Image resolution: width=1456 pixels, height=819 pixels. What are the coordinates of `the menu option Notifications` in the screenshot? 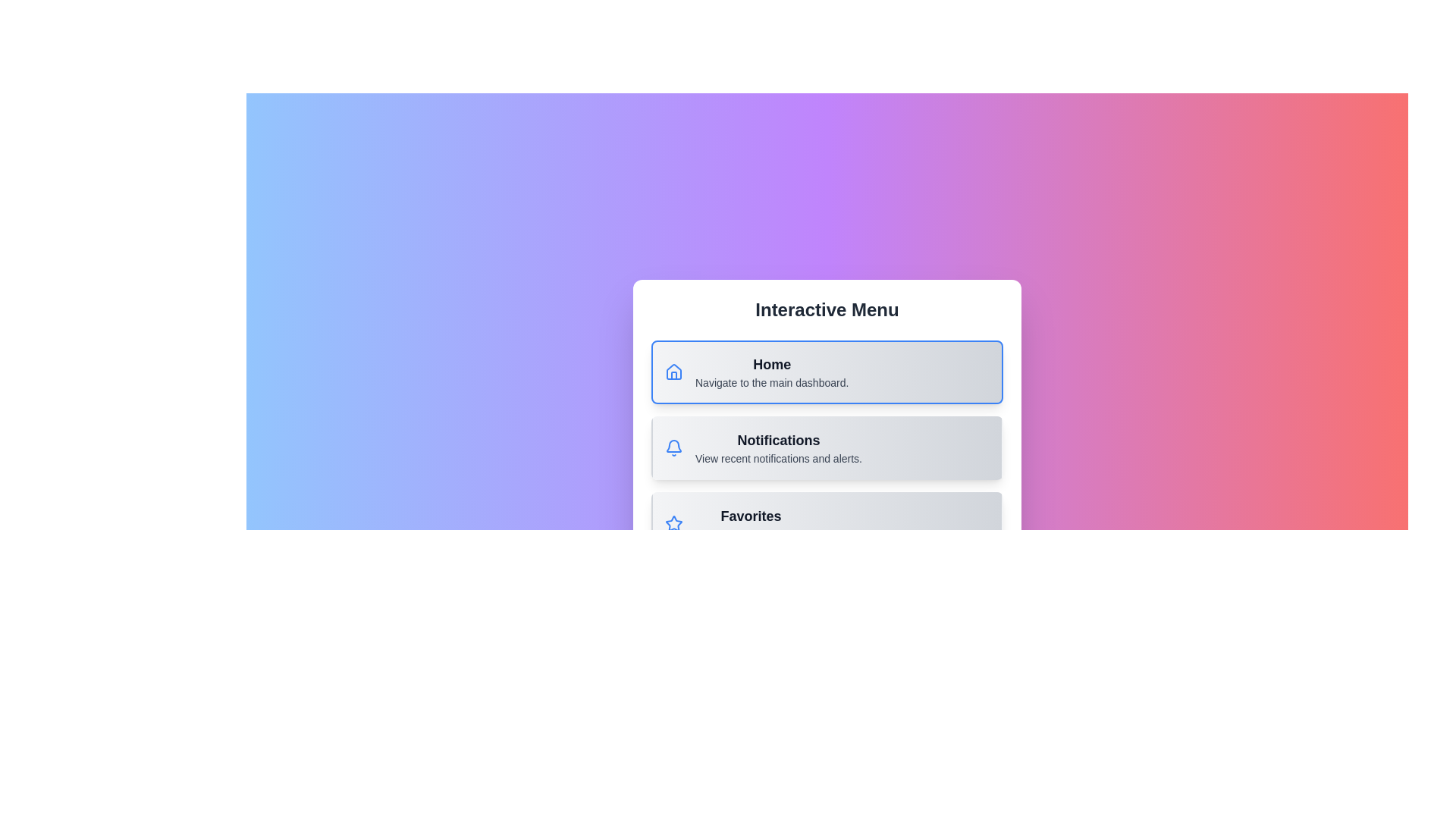 It's located at (826, 447).